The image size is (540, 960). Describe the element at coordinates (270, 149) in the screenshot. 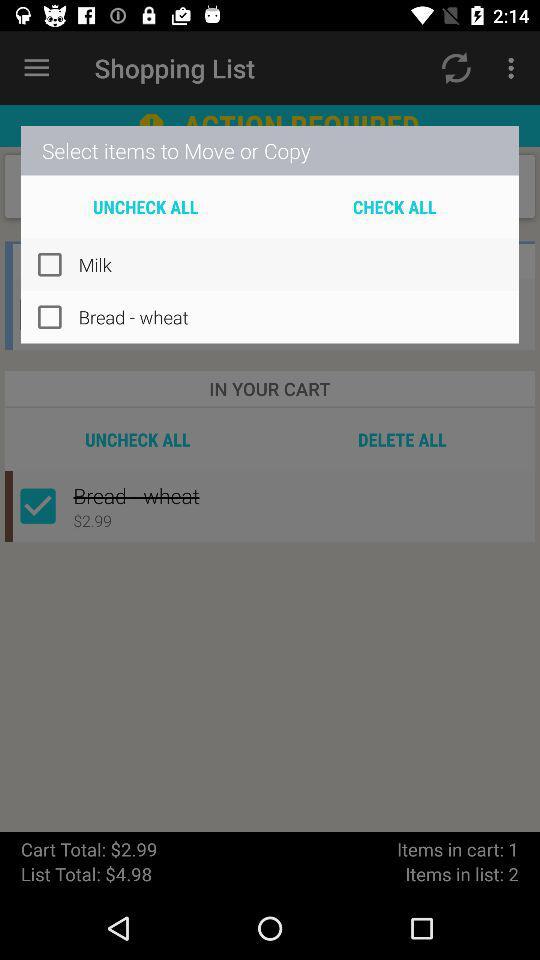

I see `select items to` at that location.